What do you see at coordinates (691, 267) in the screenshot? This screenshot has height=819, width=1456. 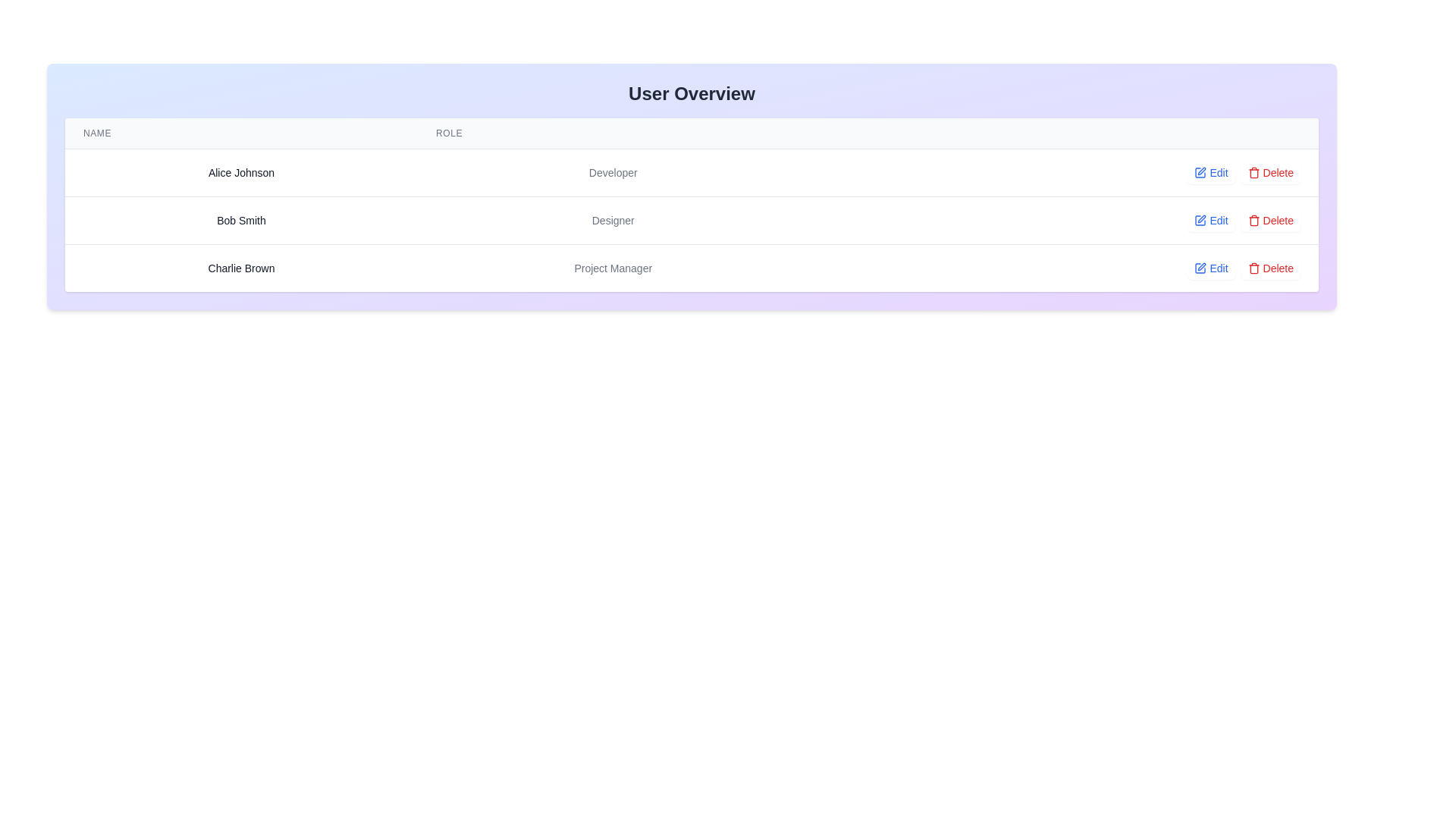 I see `data displayed in the third row of the table, which contains user details and options for editing or deleting user data` at bounding box center [691, 267].